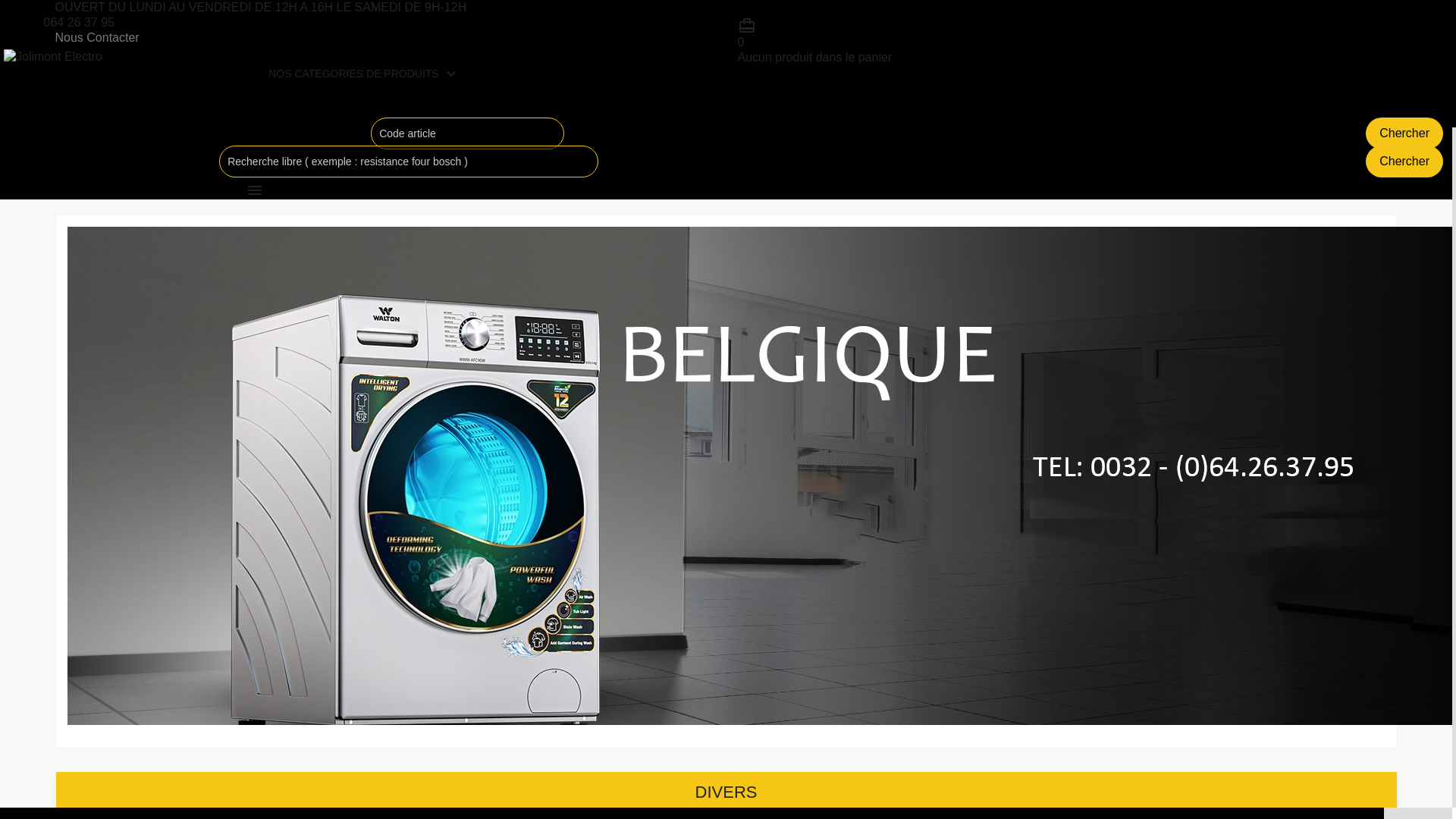  I want to click on 'NOS CATEGORIES DE PRODUITS', so click(354, 73).